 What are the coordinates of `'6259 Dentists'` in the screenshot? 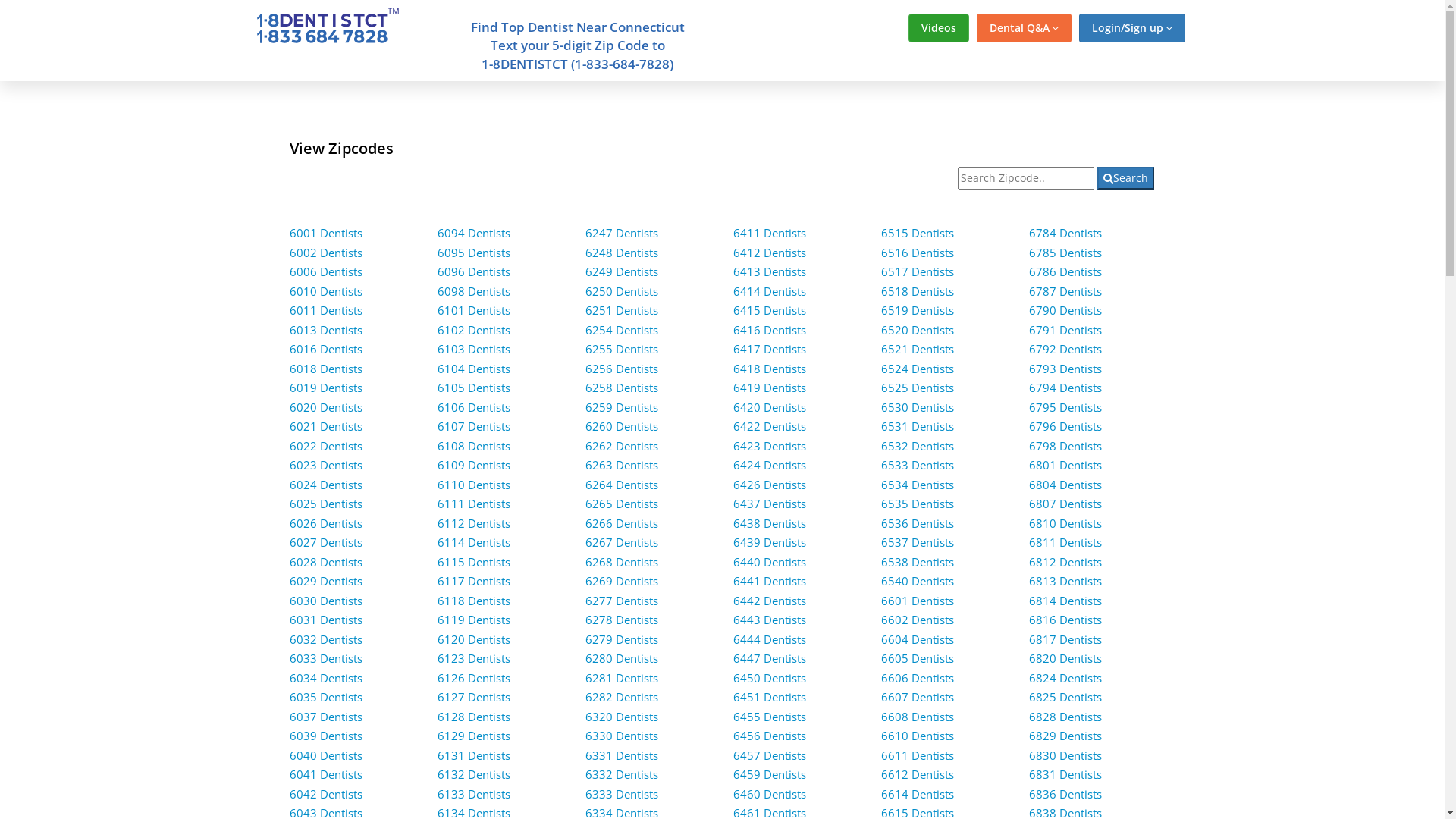 It's located at (622, 406).